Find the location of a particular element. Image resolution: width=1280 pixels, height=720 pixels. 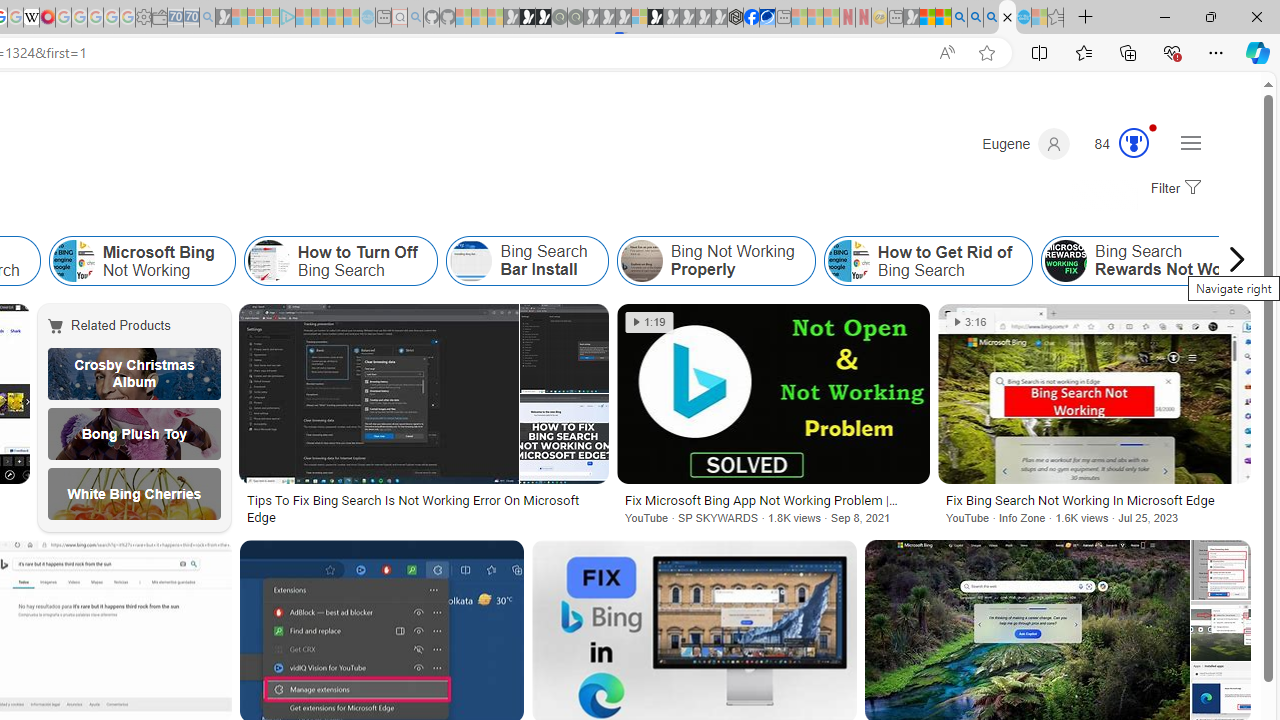

'Bing Search Rewards Not Working' is located at coordinates (1065, 260).